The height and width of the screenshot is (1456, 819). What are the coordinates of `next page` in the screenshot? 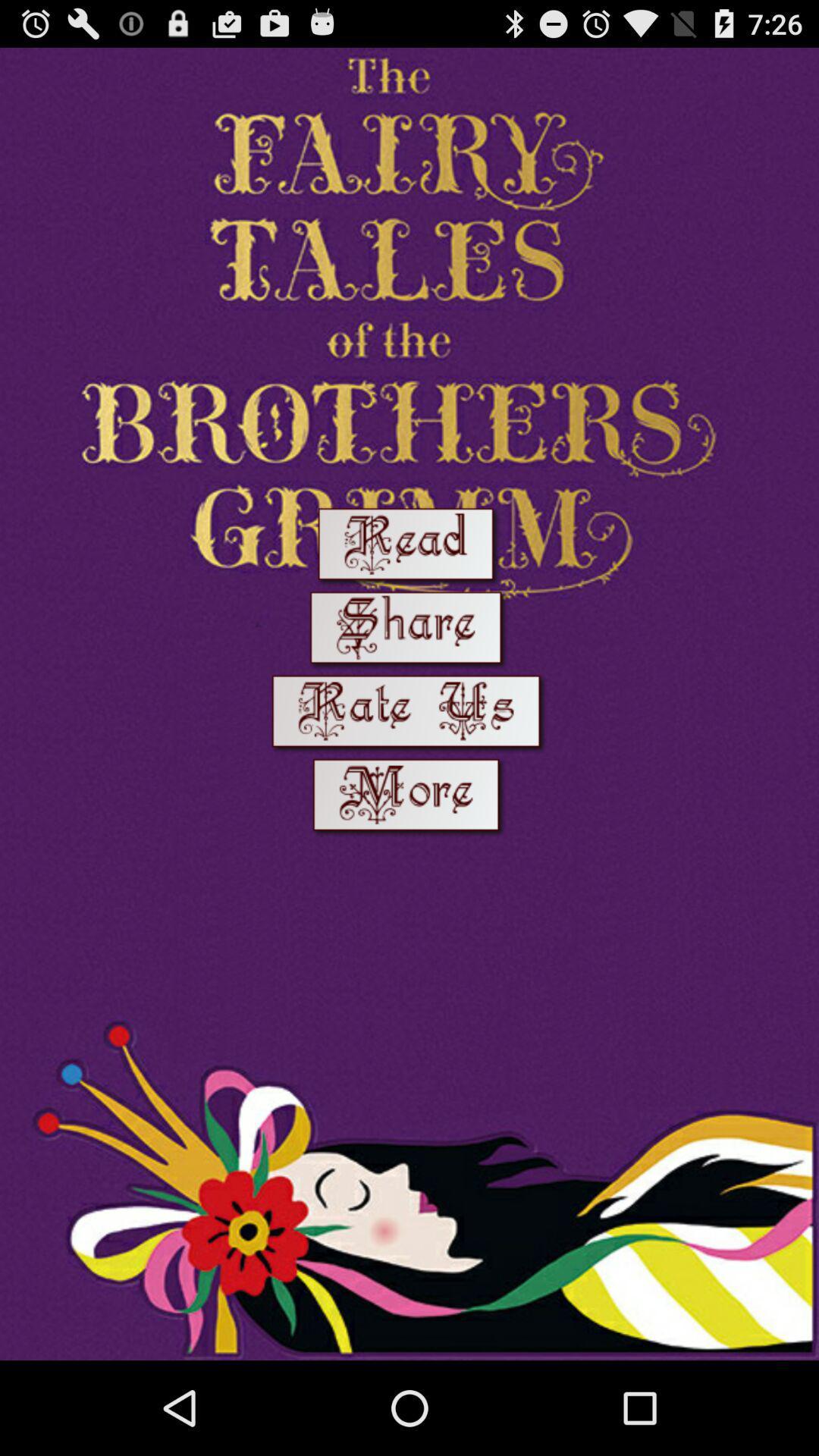 It's located at (409, 797).